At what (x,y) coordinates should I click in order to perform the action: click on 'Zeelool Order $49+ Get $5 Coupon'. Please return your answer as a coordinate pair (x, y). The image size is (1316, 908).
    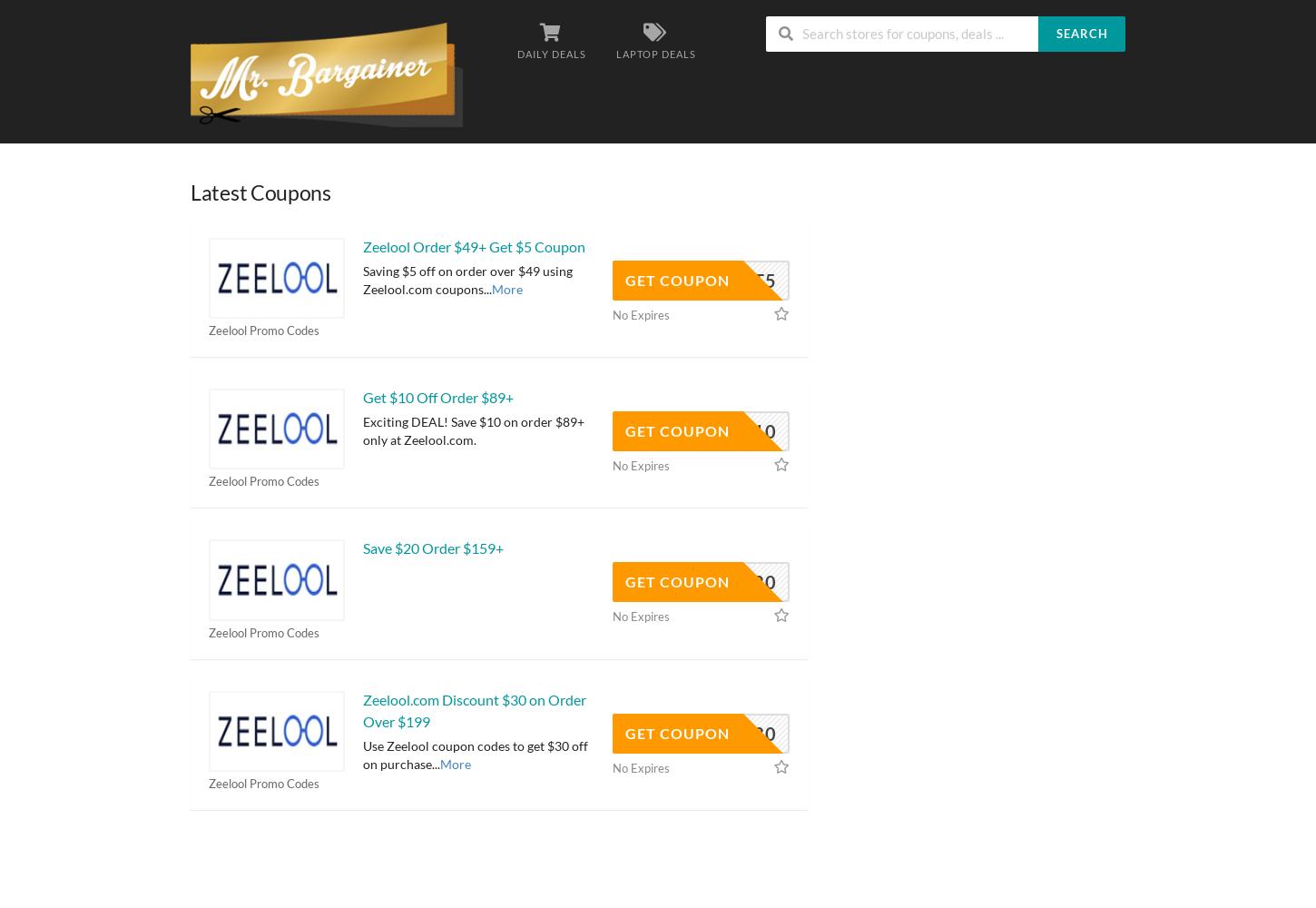
    Looking at the image, I should click on (474, 245).